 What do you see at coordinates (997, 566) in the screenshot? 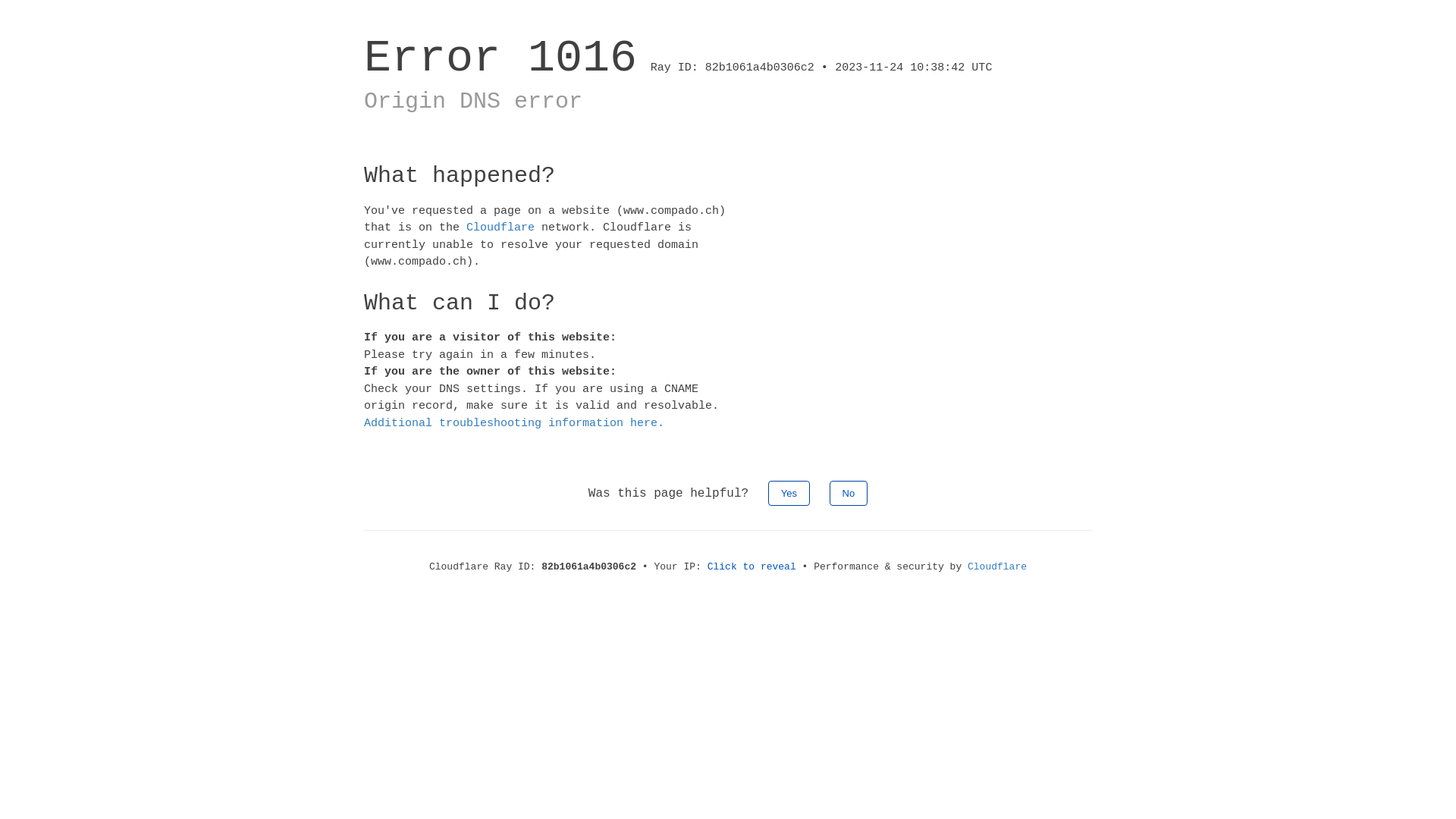
I see `'Cloudflare'` at bounding box center [997, 566].